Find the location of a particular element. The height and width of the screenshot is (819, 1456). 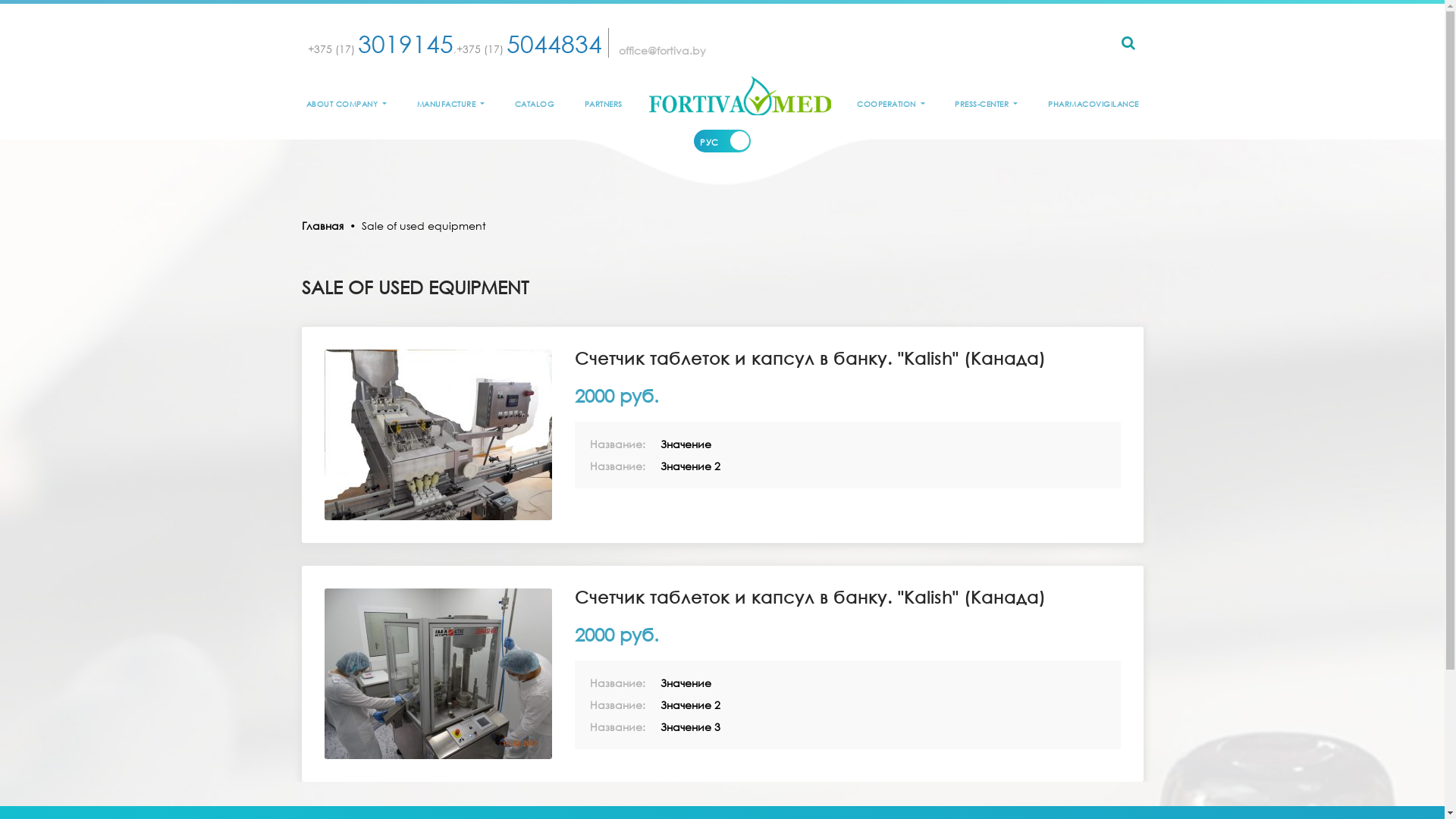

'office@fortiva.by' is located at coordinates (662, 49).